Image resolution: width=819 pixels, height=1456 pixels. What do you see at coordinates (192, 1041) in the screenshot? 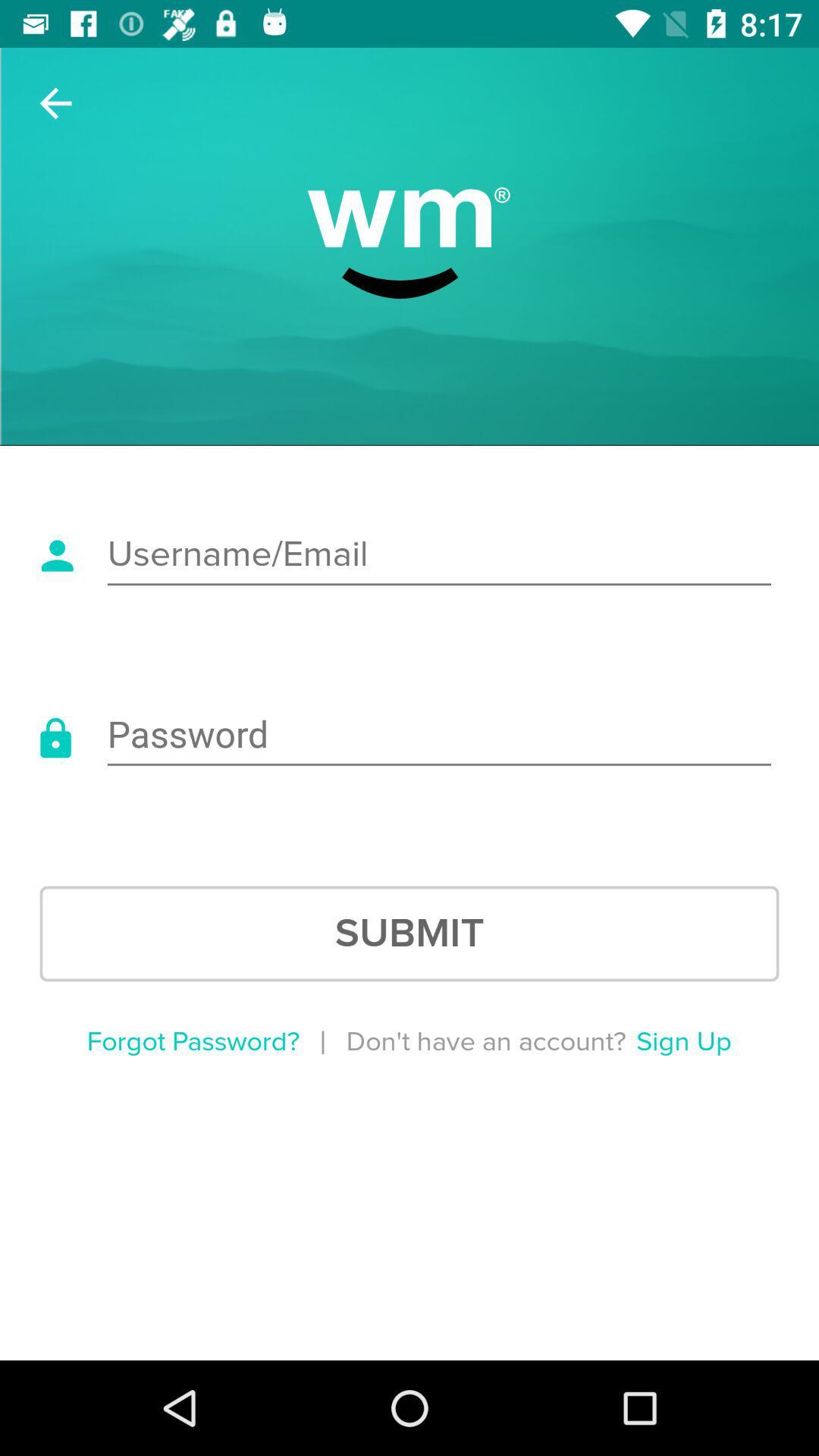
I see `forgot password?` at bounding box center [192, 1041].